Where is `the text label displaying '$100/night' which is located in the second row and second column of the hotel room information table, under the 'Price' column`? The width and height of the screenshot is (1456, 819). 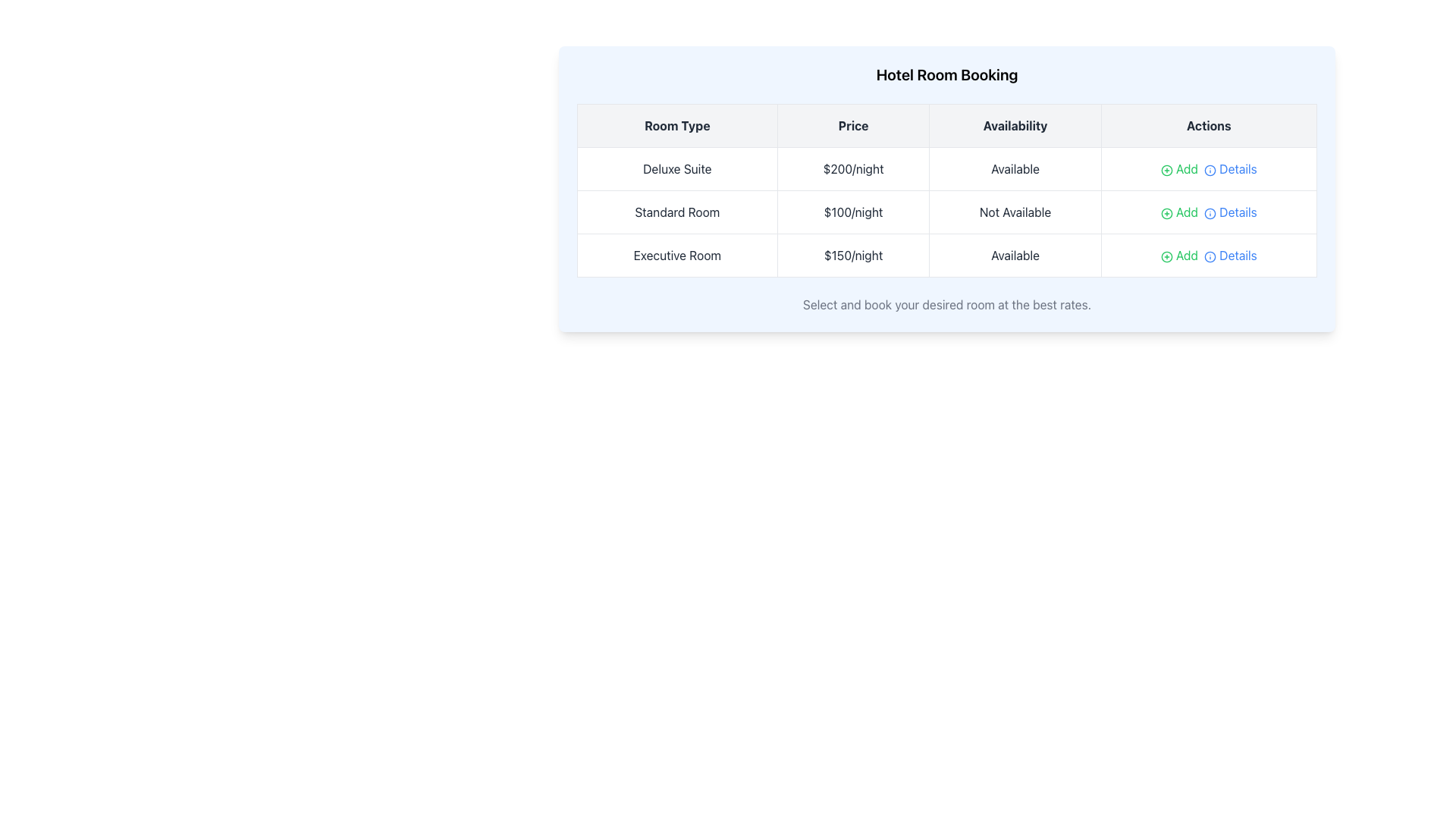 the text label displaying '$100/night' which is located in the second row and second column of the hotel room information table, under the 'Price' column is located at coordinates (853, 212).